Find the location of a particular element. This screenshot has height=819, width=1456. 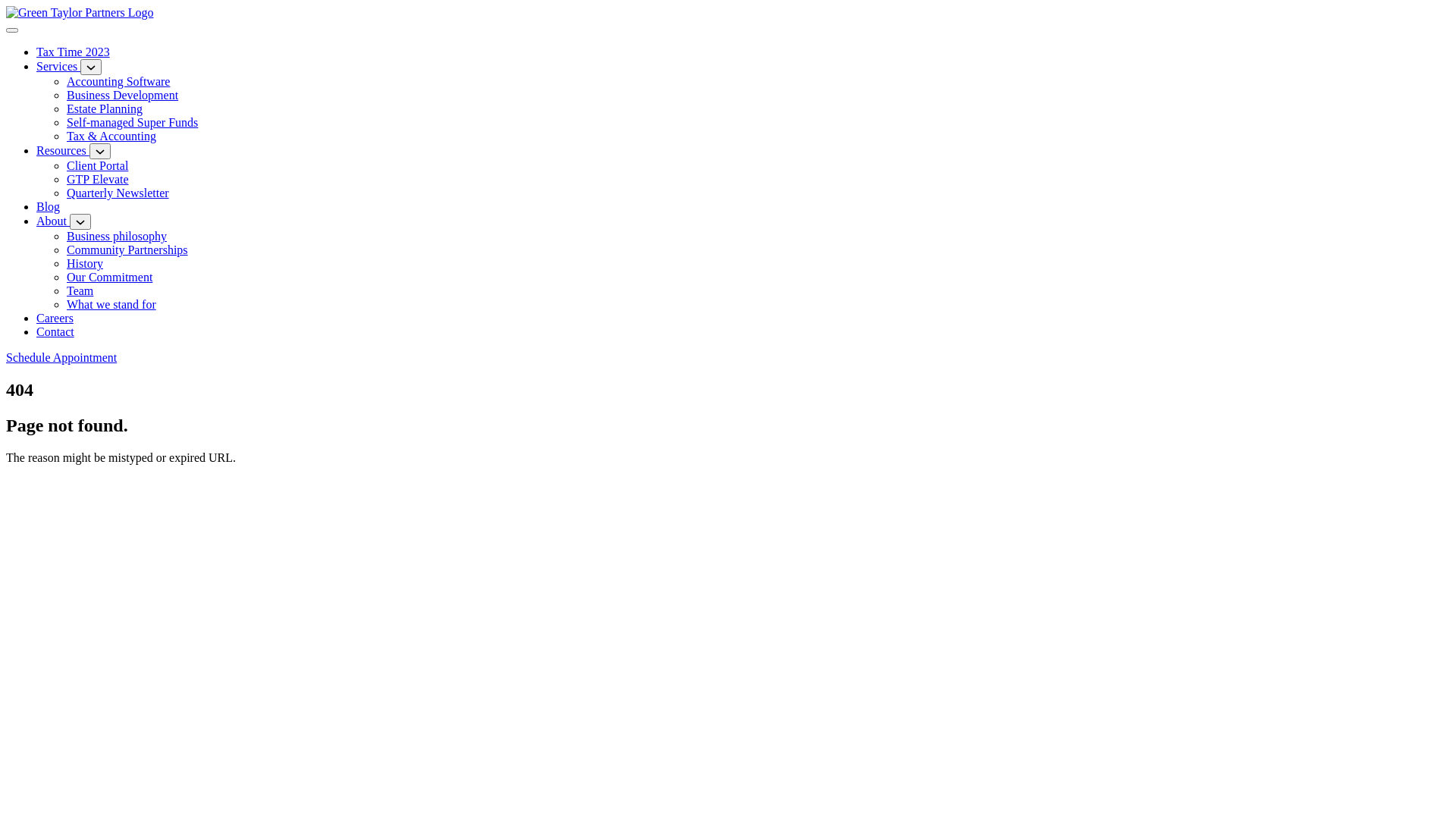

'Tax Time 2023' is located at coordinates (72, 51).